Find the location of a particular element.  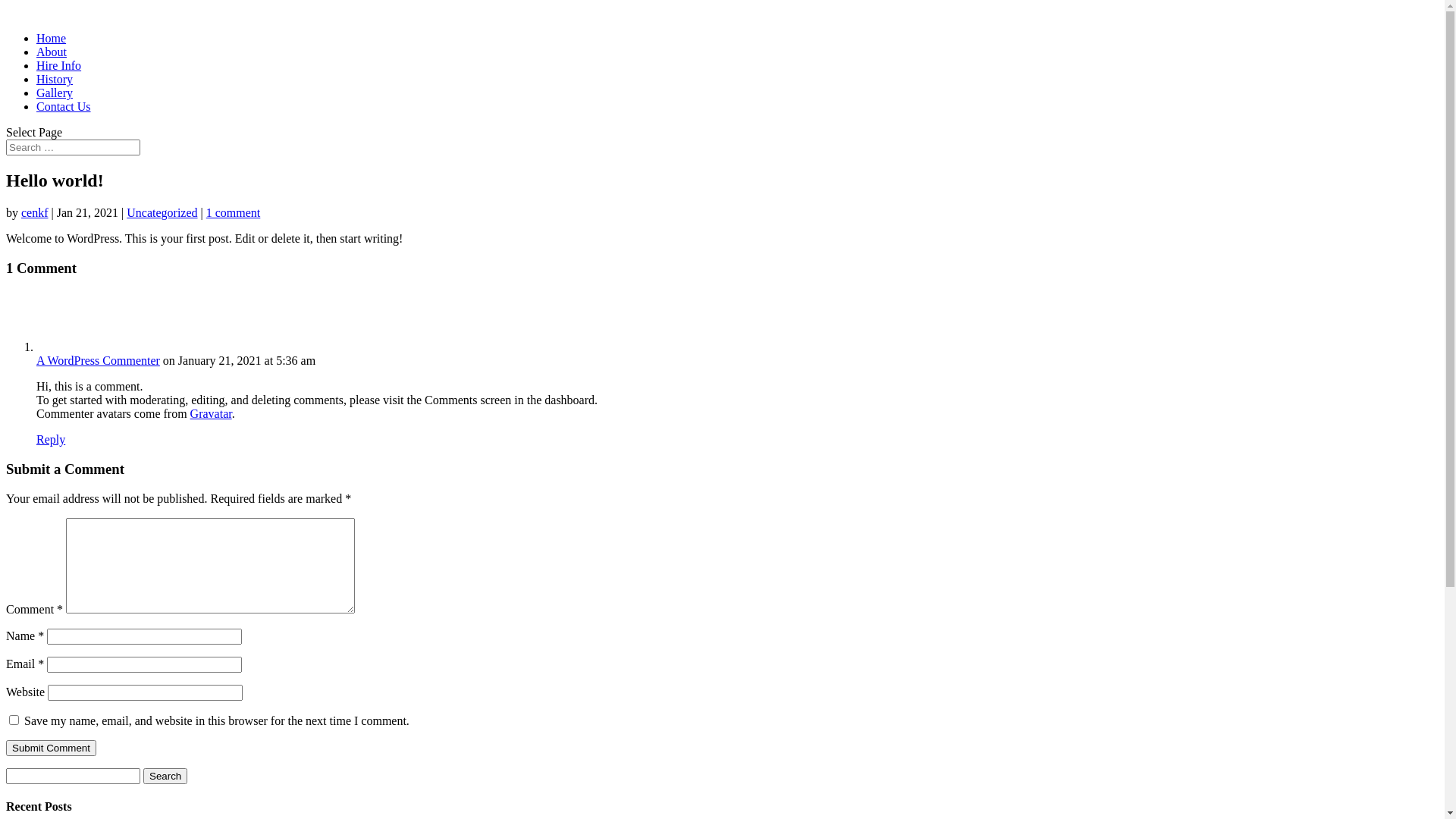

'A WordPress Commenter' is located at coordinates (36, 360).